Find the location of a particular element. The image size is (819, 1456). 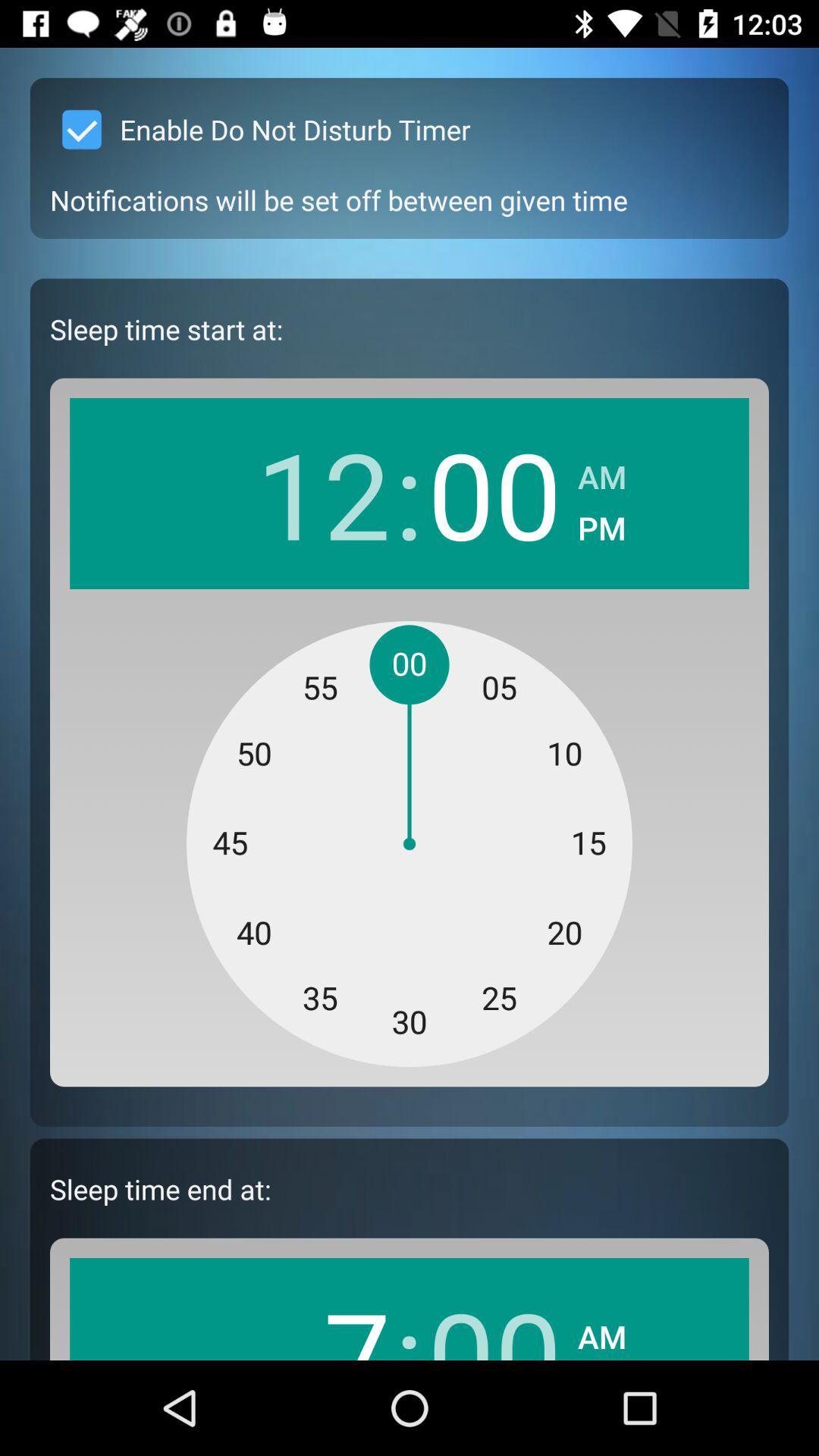

enable do not icon is located at coordinates (259, 130).